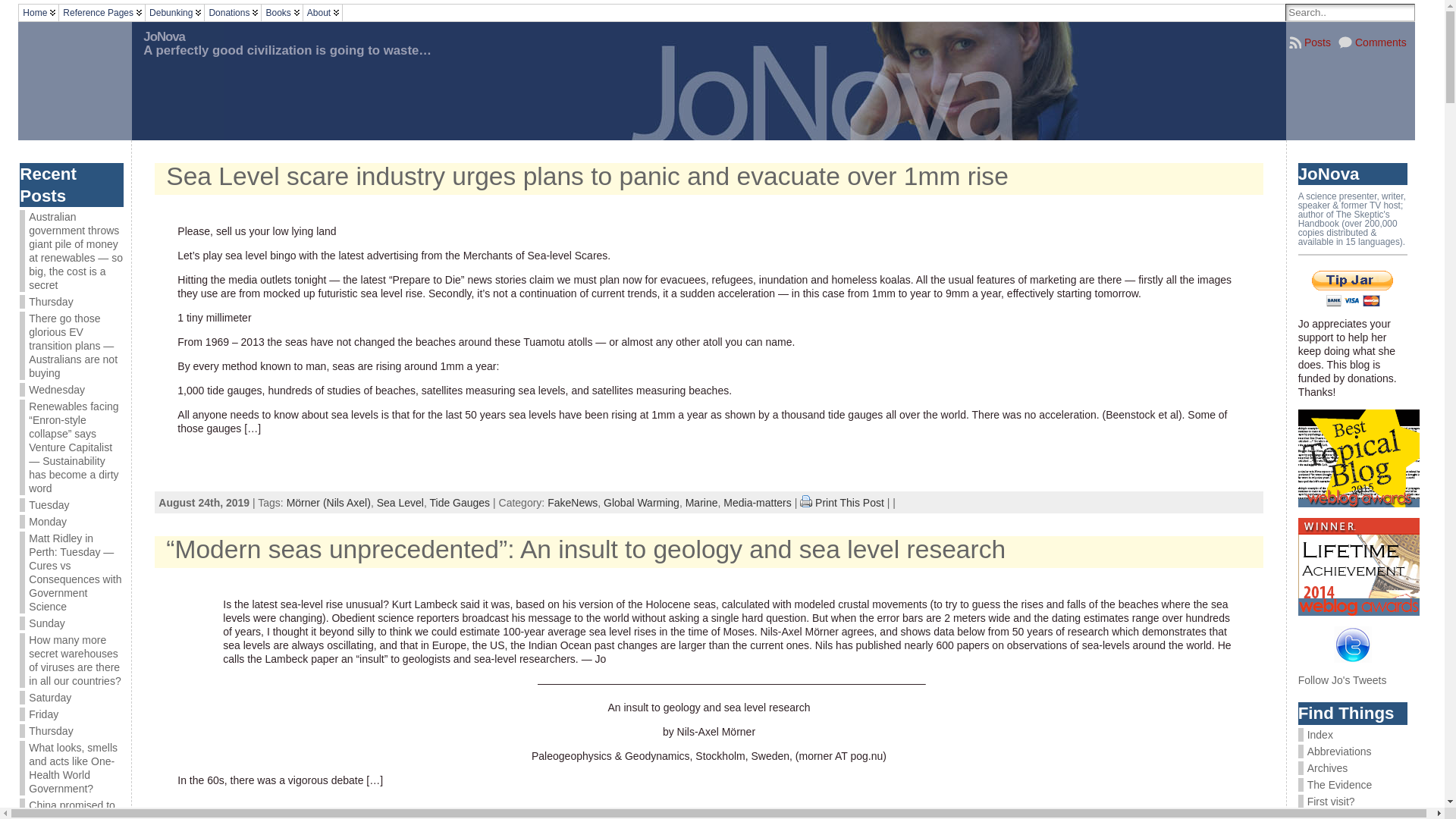 The height and width of the screenshot is (819, 1456). I want to click on 'First visit?', so click(1353, 800).